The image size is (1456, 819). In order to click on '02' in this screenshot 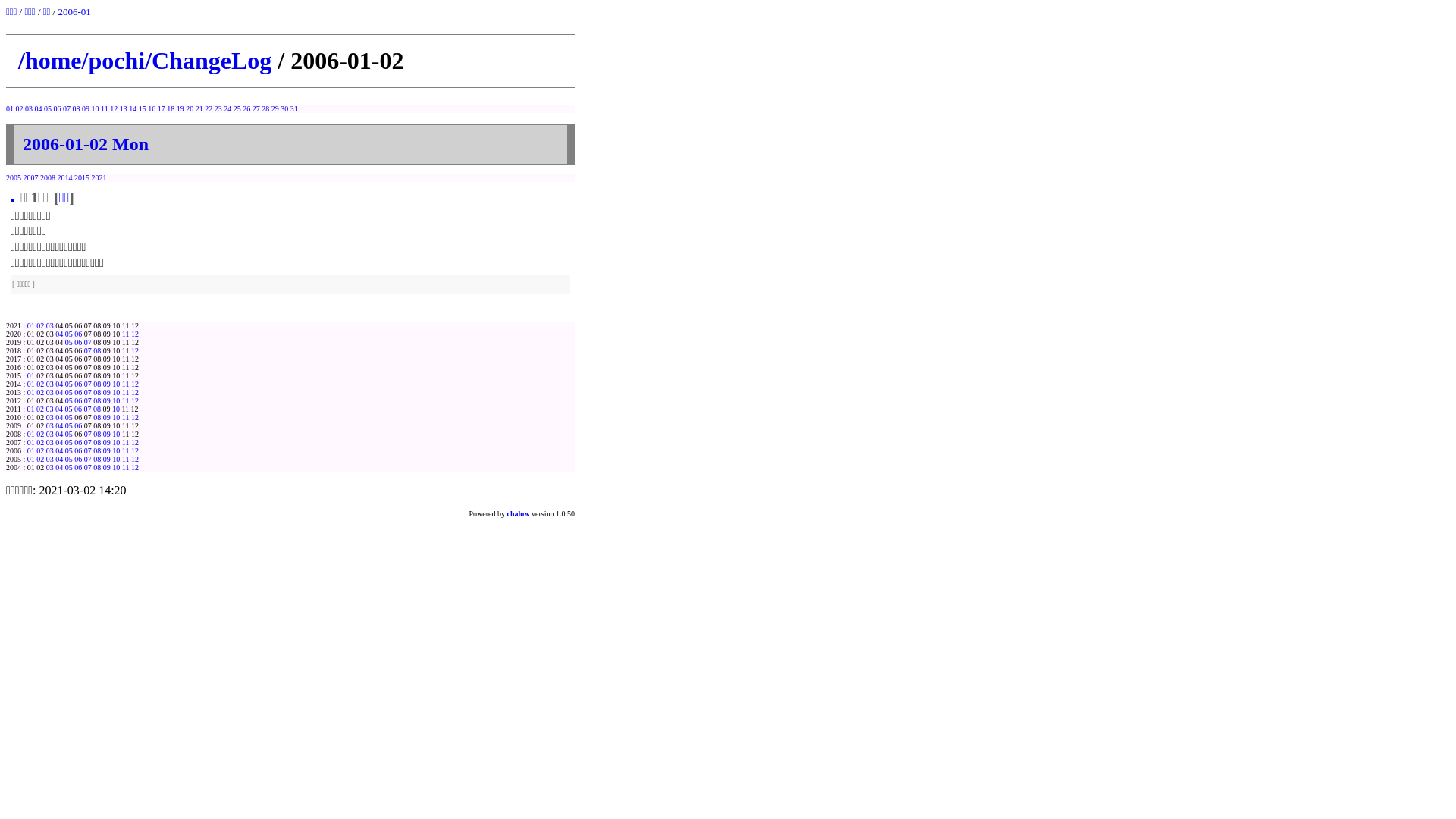, I will do `click(39, 325)`.